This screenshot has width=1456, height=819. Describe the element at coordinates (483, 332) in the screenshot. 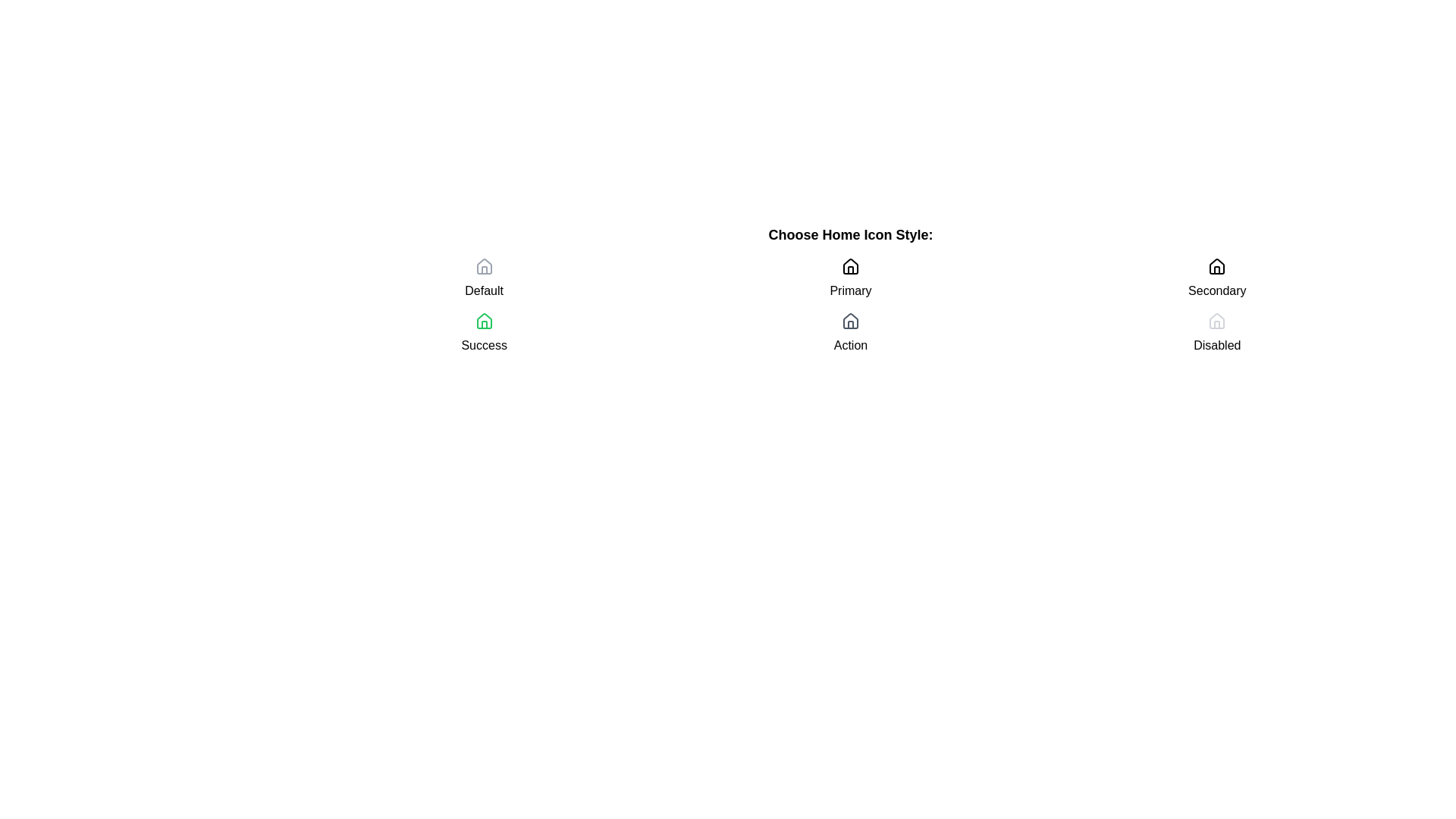

I see `the Icon with Text Label located in the second row of the grid, beneath 'Default' and to the left of 'Primary'` at that location.